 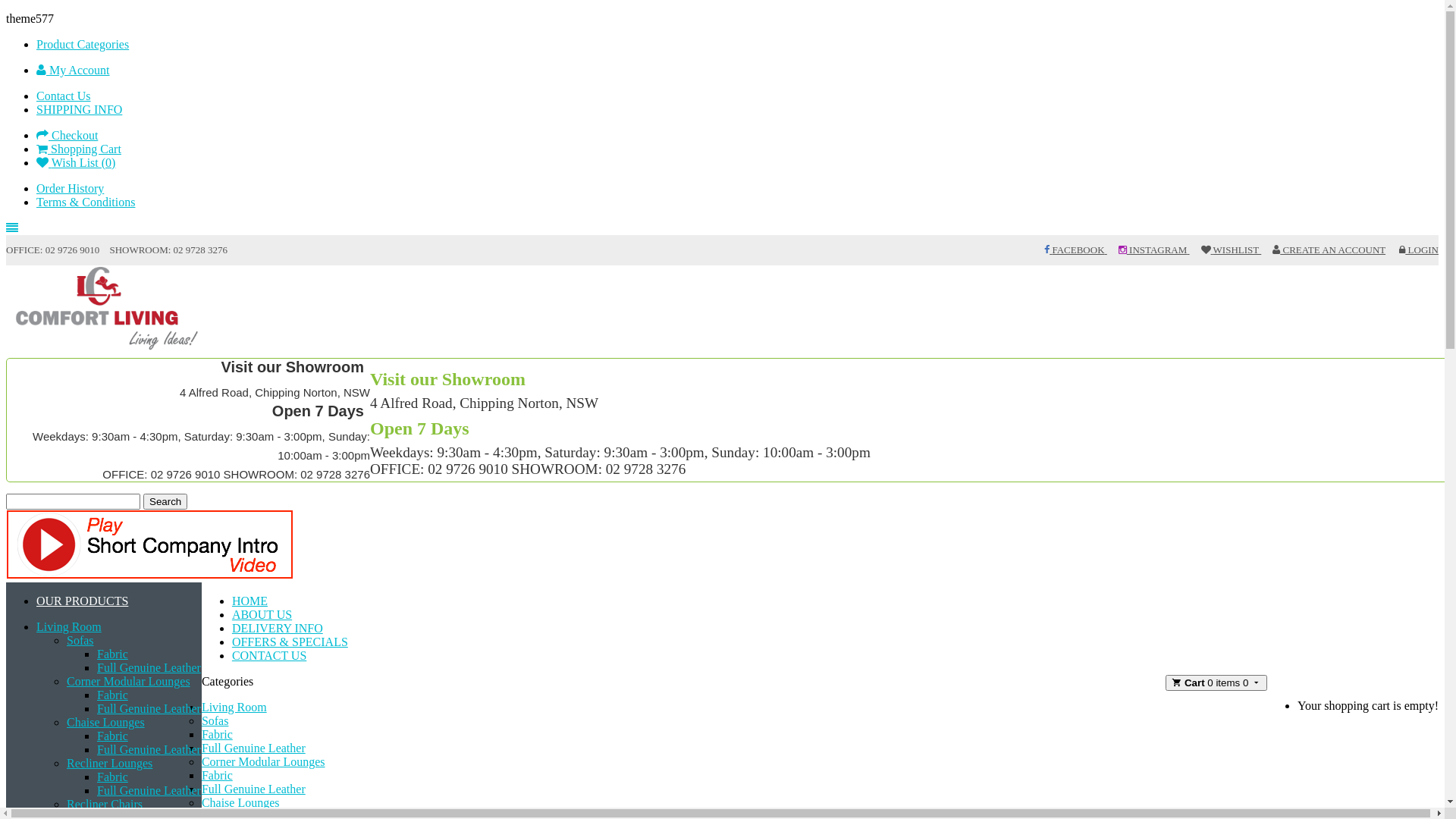 I want to click on 'Living Room', so click(x=68, y=626).